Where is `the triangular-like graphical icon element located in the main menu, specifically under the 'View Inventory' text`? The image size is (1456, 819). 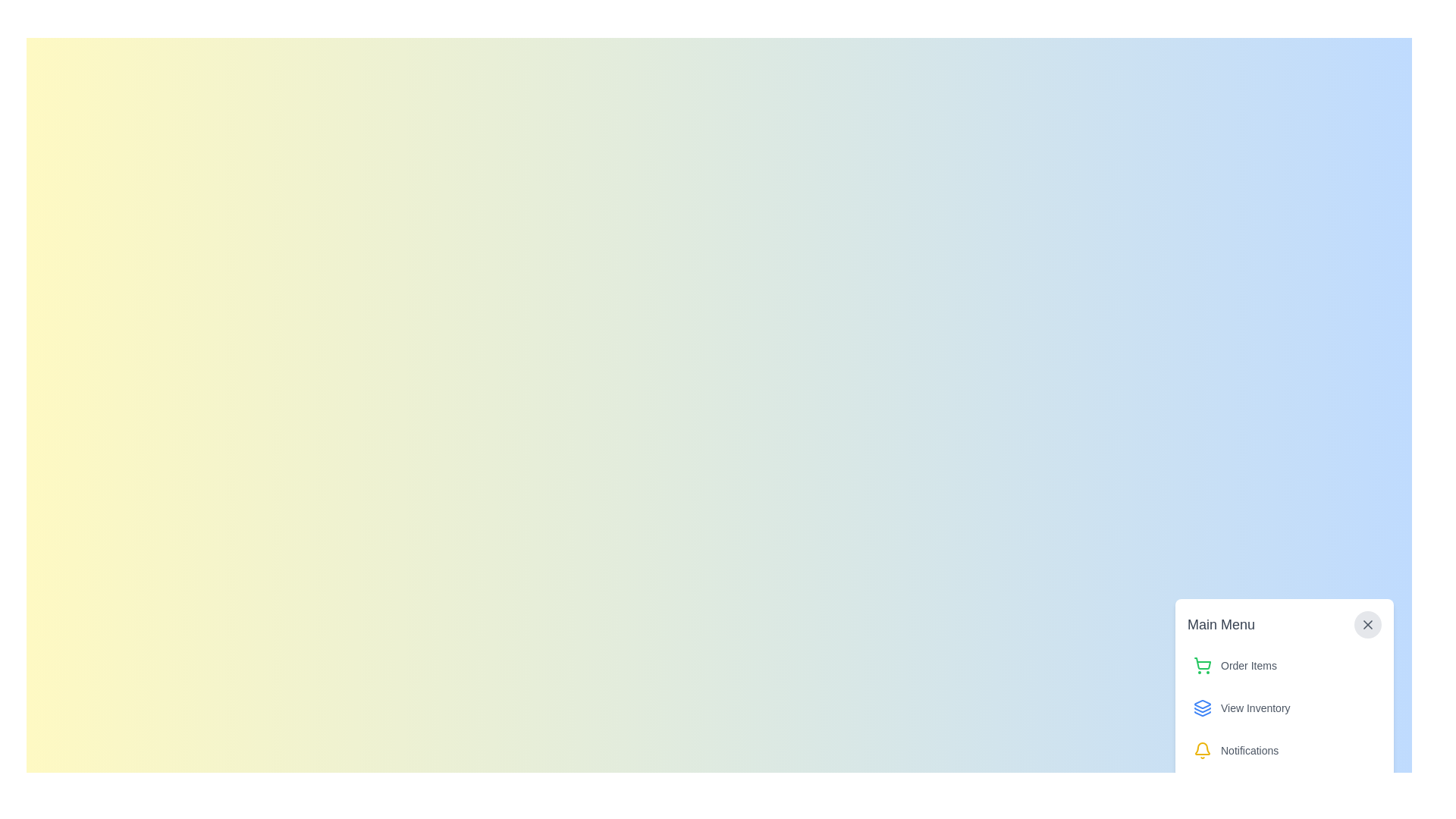
the triangular-like graphical icon element located in the main menu, specifically under the 'View Inventory' text is located at coordinates (1201, 714).